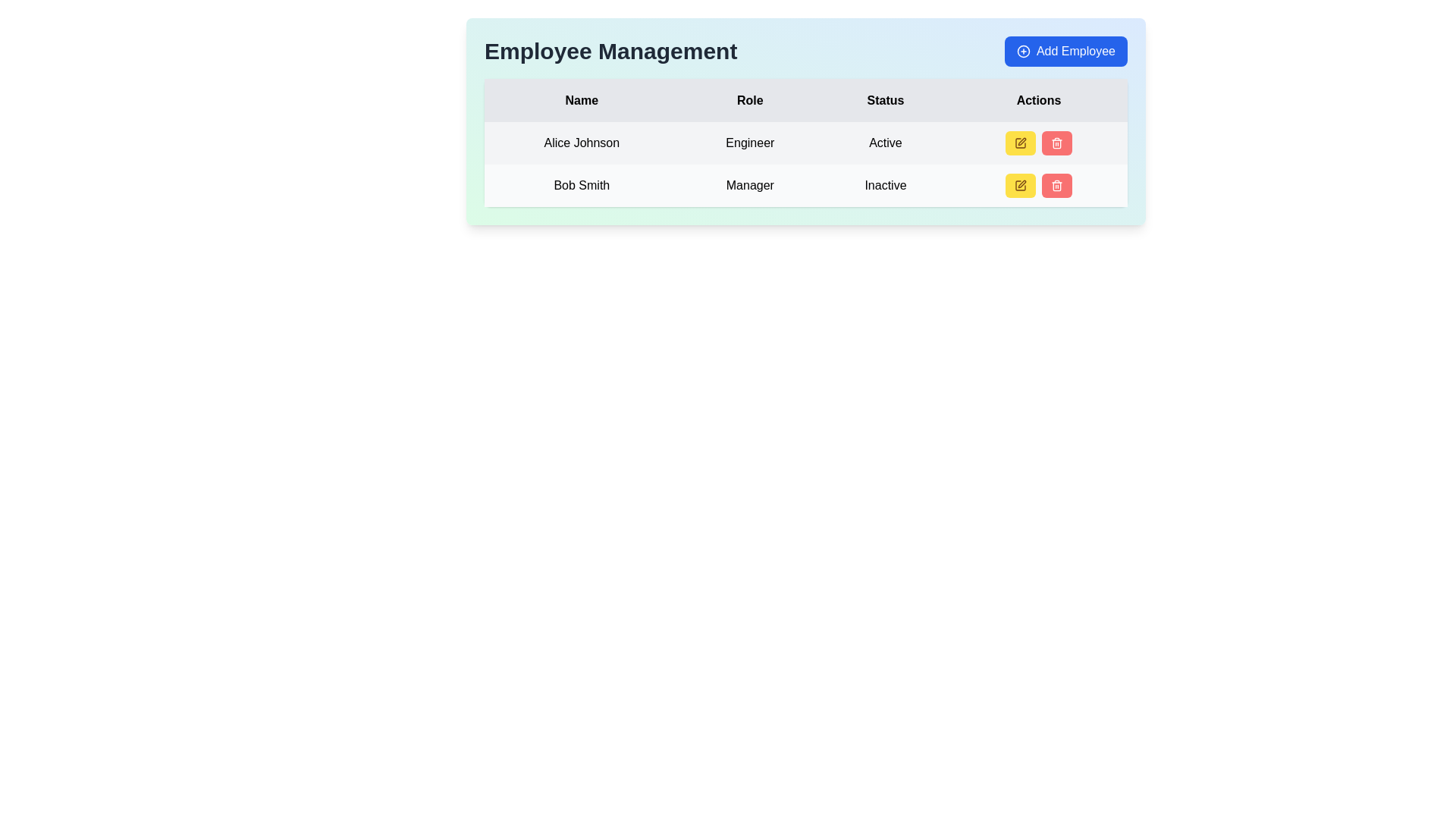 The height and width of the screenshot is (819, 1456). What do you see at coordinates (750, 185) in the screenshot?
I see `the Text Label indicating the role of the employee in the second row of the table, located under the 'Role' header, adjacent to 'Bob Smith' and 'Inactive'` at bounding box center [750, 185].